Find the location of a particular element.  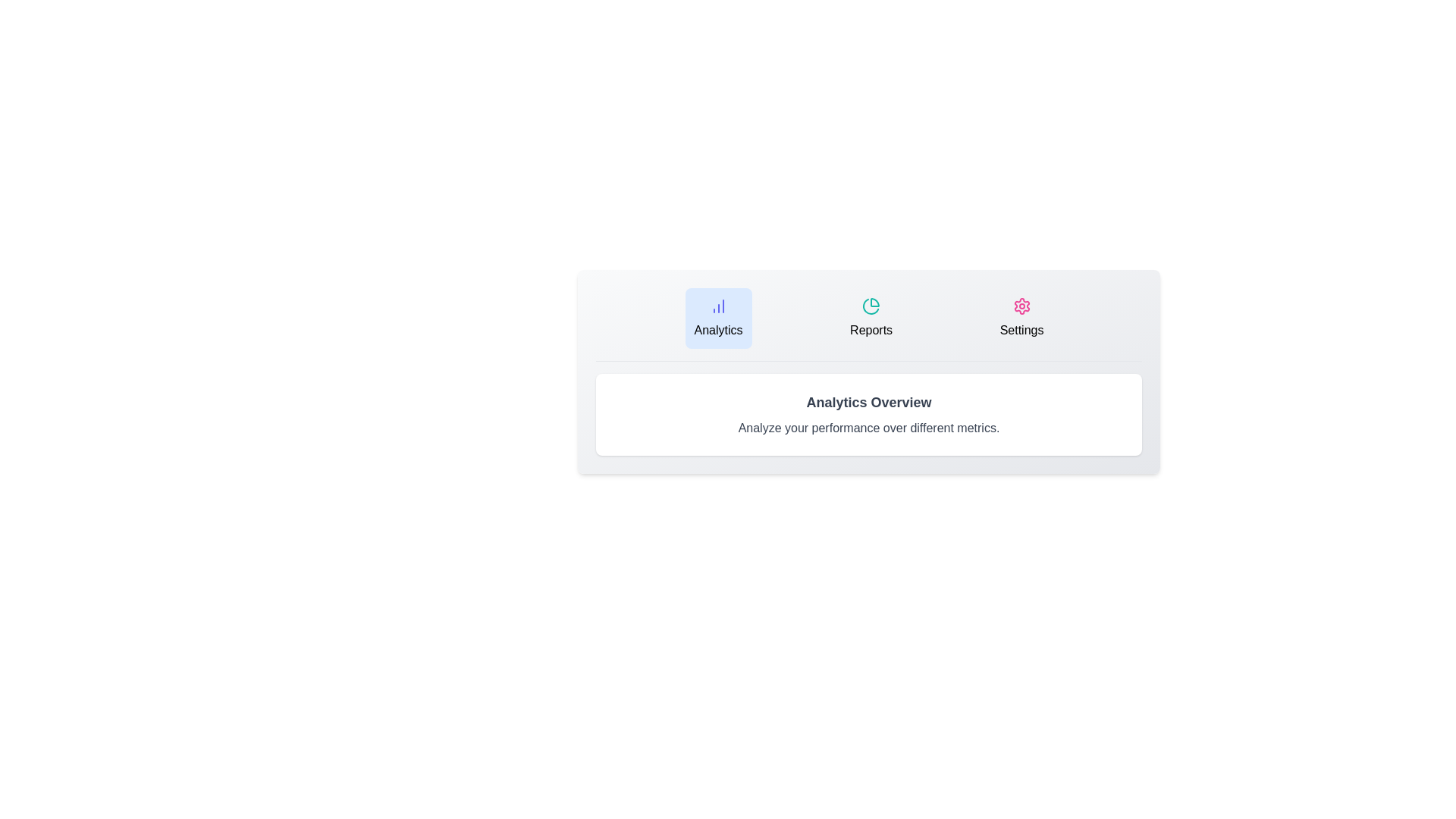

the tab labeled Analytics to switch to its content is located at coordinates (717, 318).